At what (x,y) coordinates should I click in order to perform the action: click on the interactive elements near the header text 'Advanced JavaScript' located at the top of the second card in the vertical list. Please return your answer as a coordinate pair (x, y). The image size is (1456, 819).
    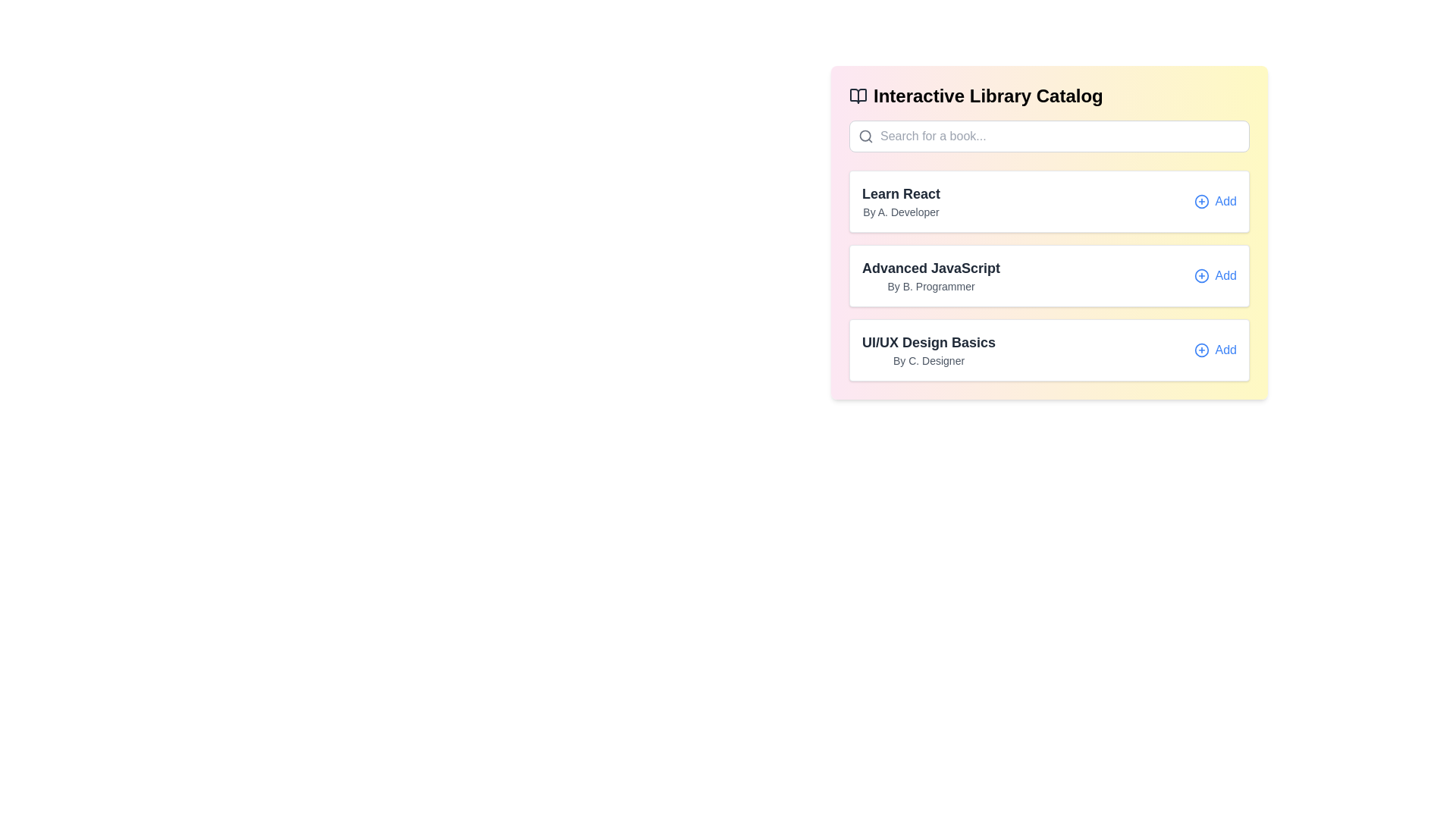
    Looking at the image, I should click on (930, 268).